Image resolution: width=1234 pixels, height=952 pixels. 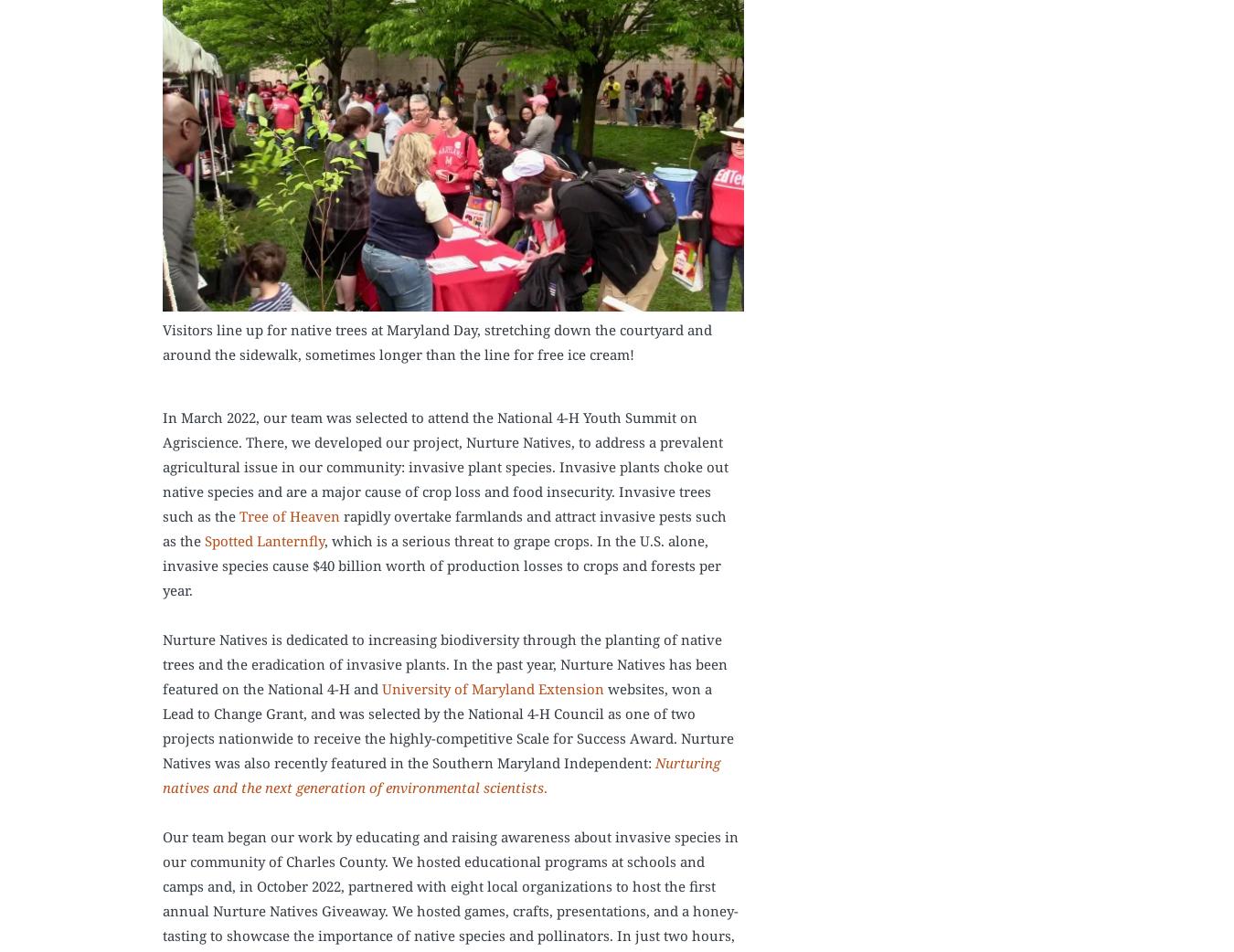 I want to click on 'Tree of Heaven', so click(x=288, y=514).